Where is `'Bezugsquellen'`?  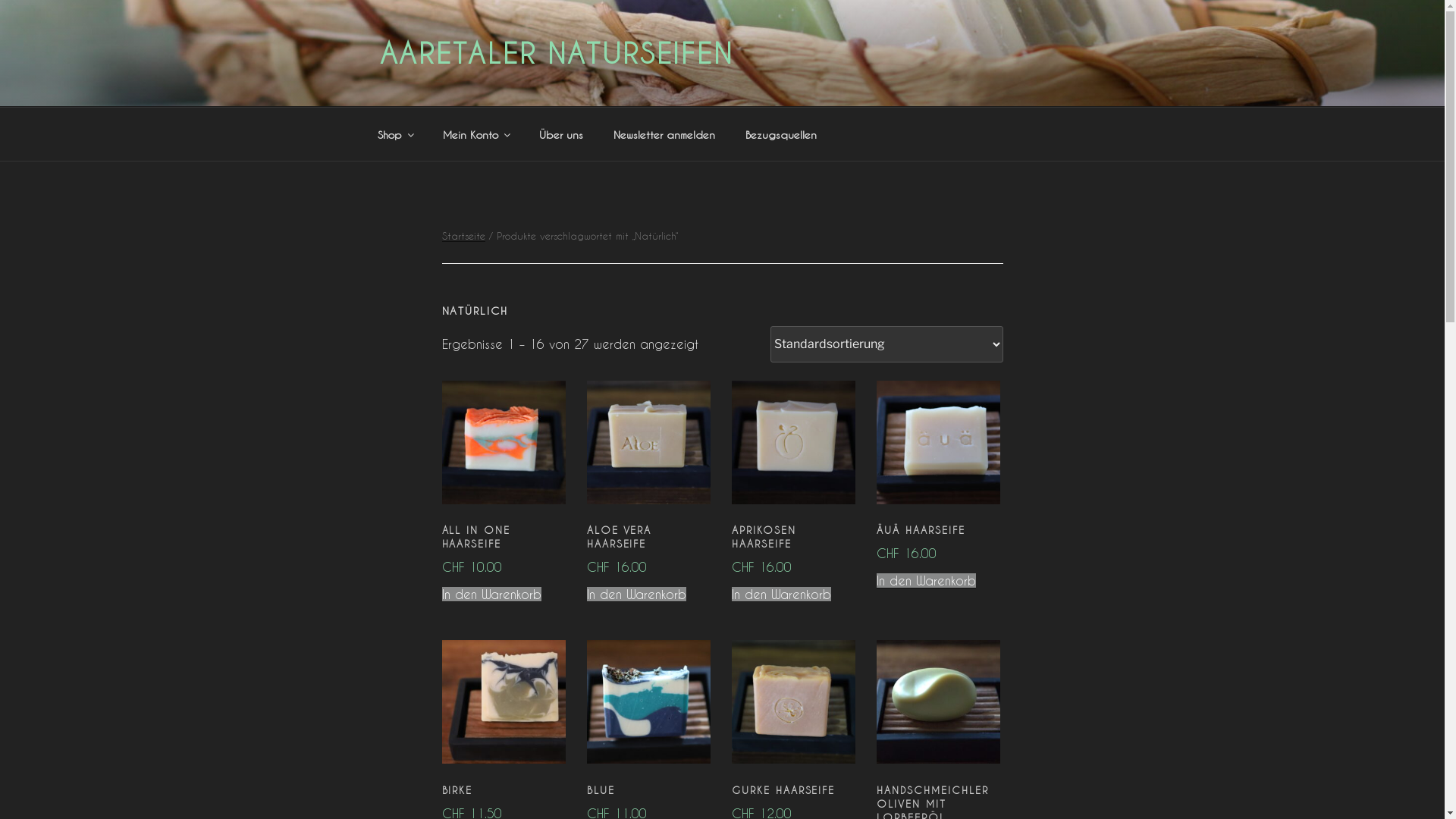 'Bezugsquellen' is located at coordinates (732, 133).